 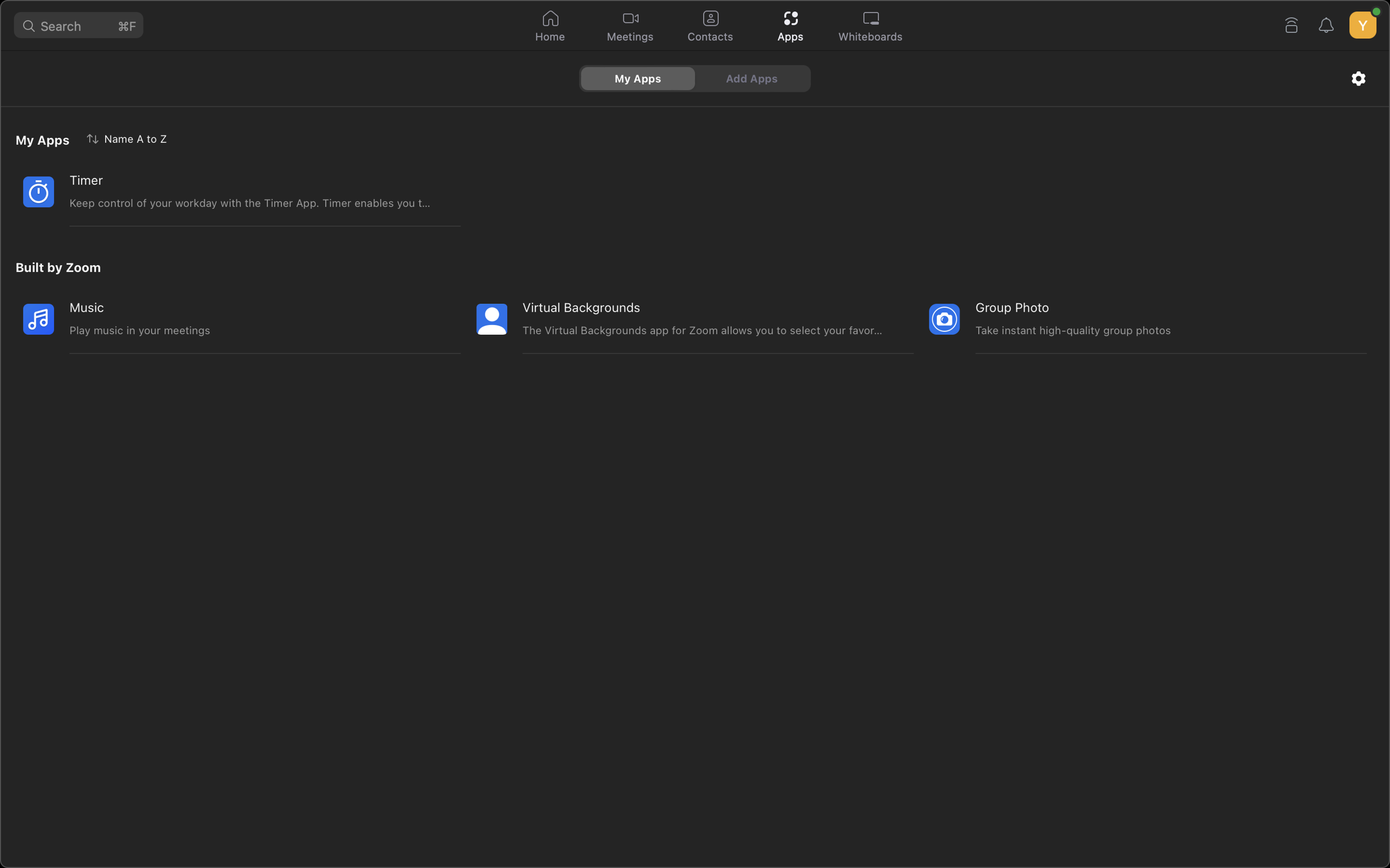 I want to click on Reverse order the application, so click(x=129, y=137).